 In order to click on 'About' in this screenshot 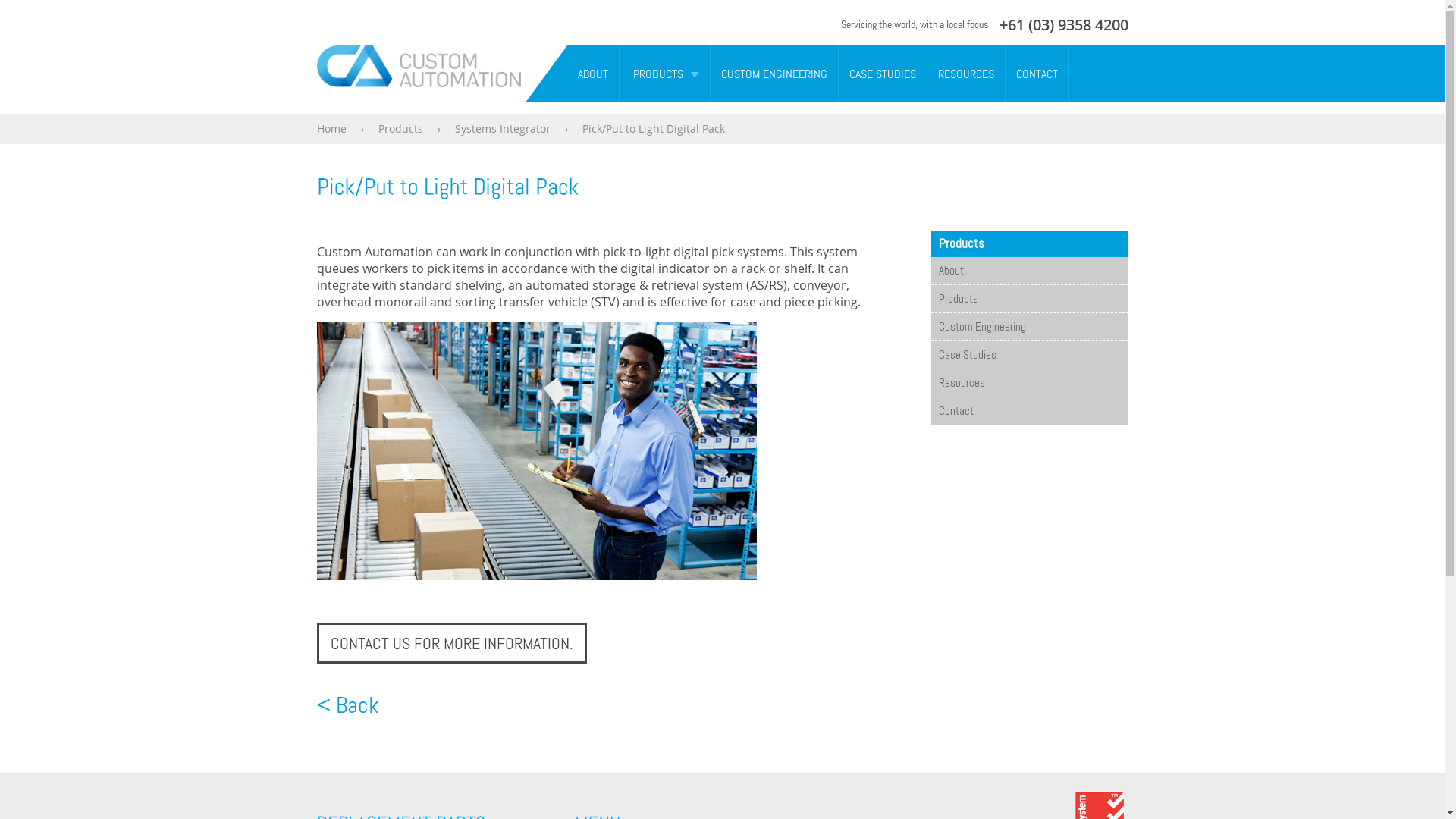, I will do `click(930, 270)`.